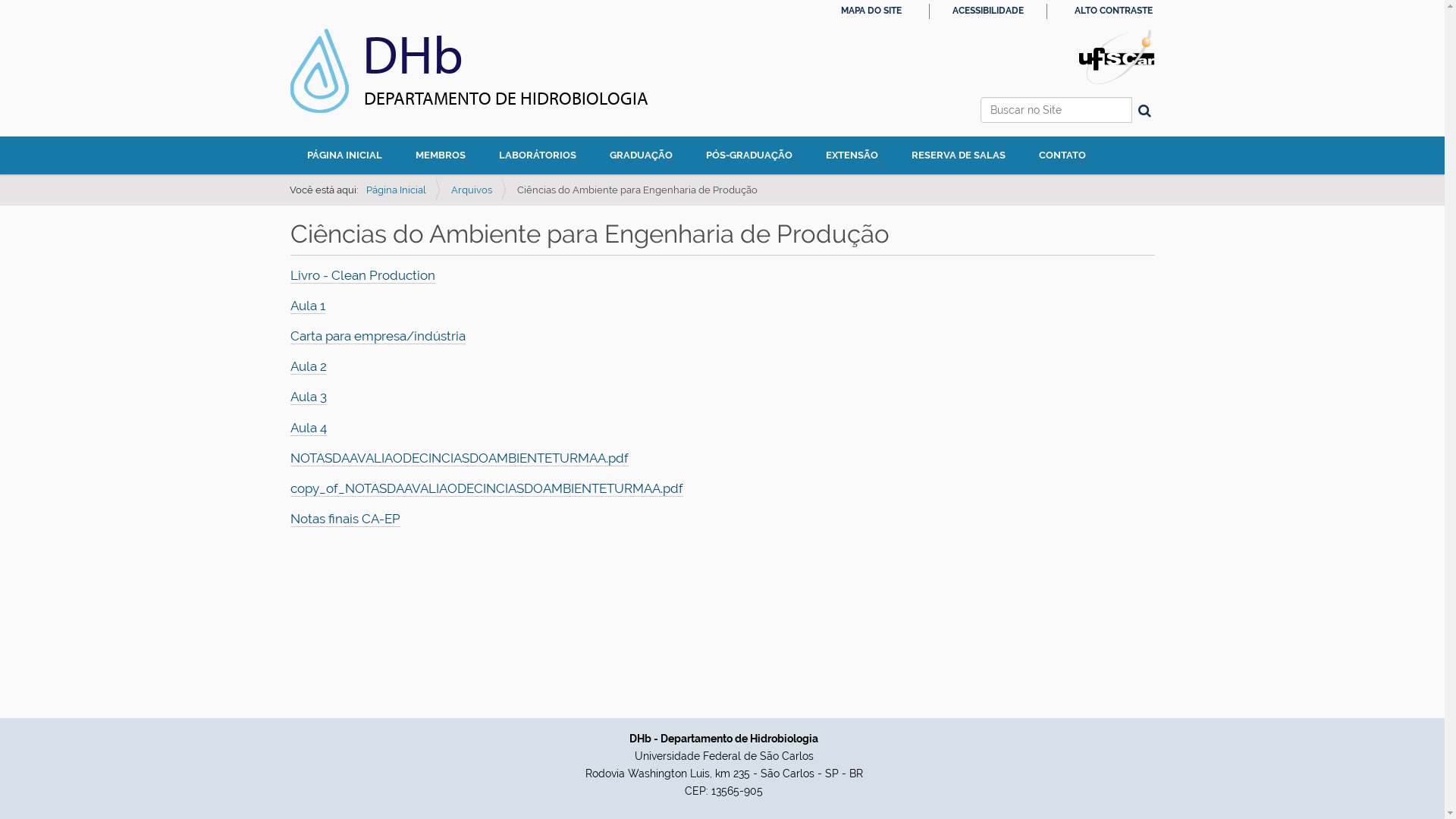 This screenshot has height=819, width=1456. I want to click on 'Aula 3', so click(307, 396).